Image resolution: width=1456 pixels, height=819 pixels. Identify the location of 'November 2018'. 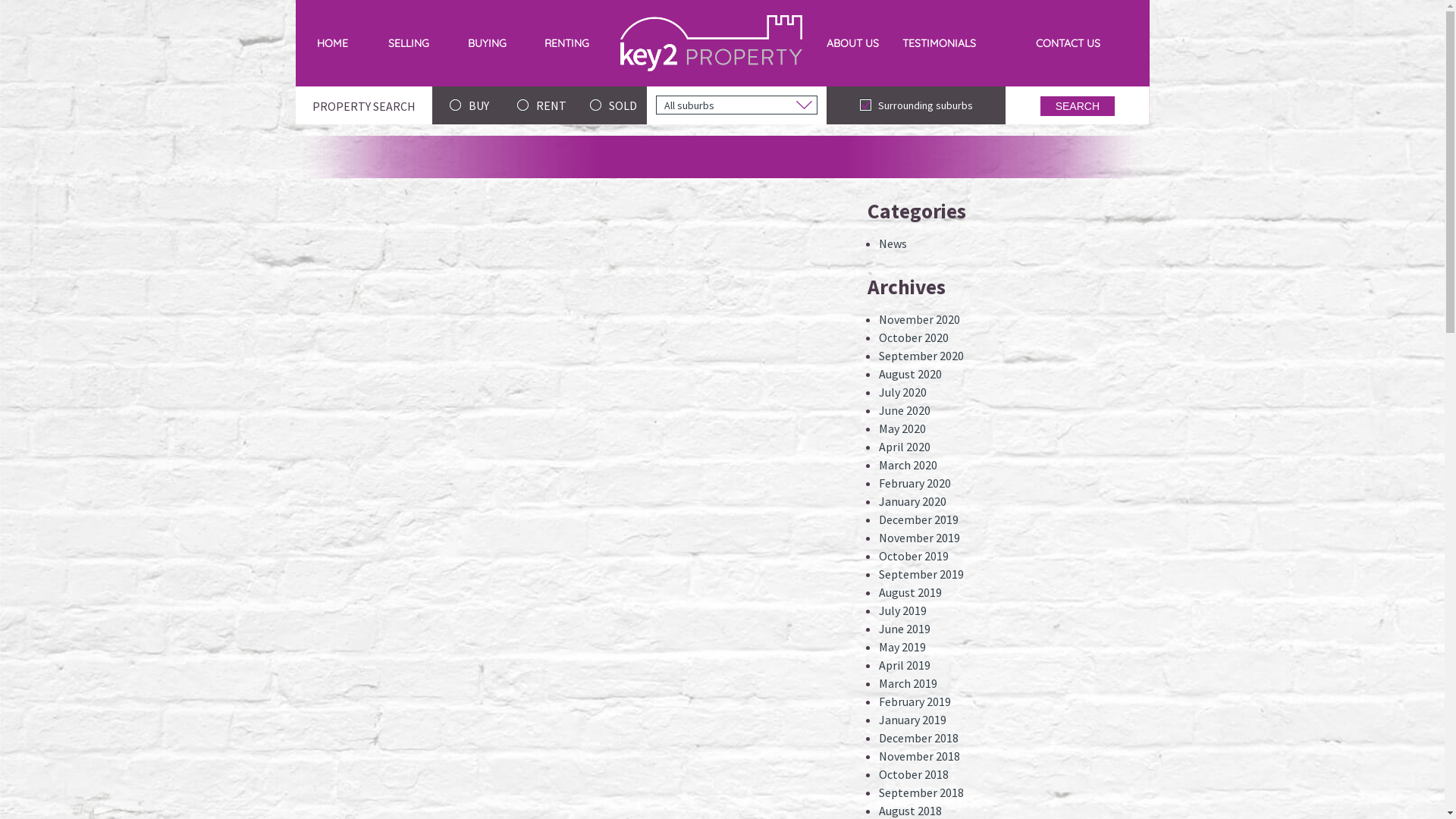
(878, 755).